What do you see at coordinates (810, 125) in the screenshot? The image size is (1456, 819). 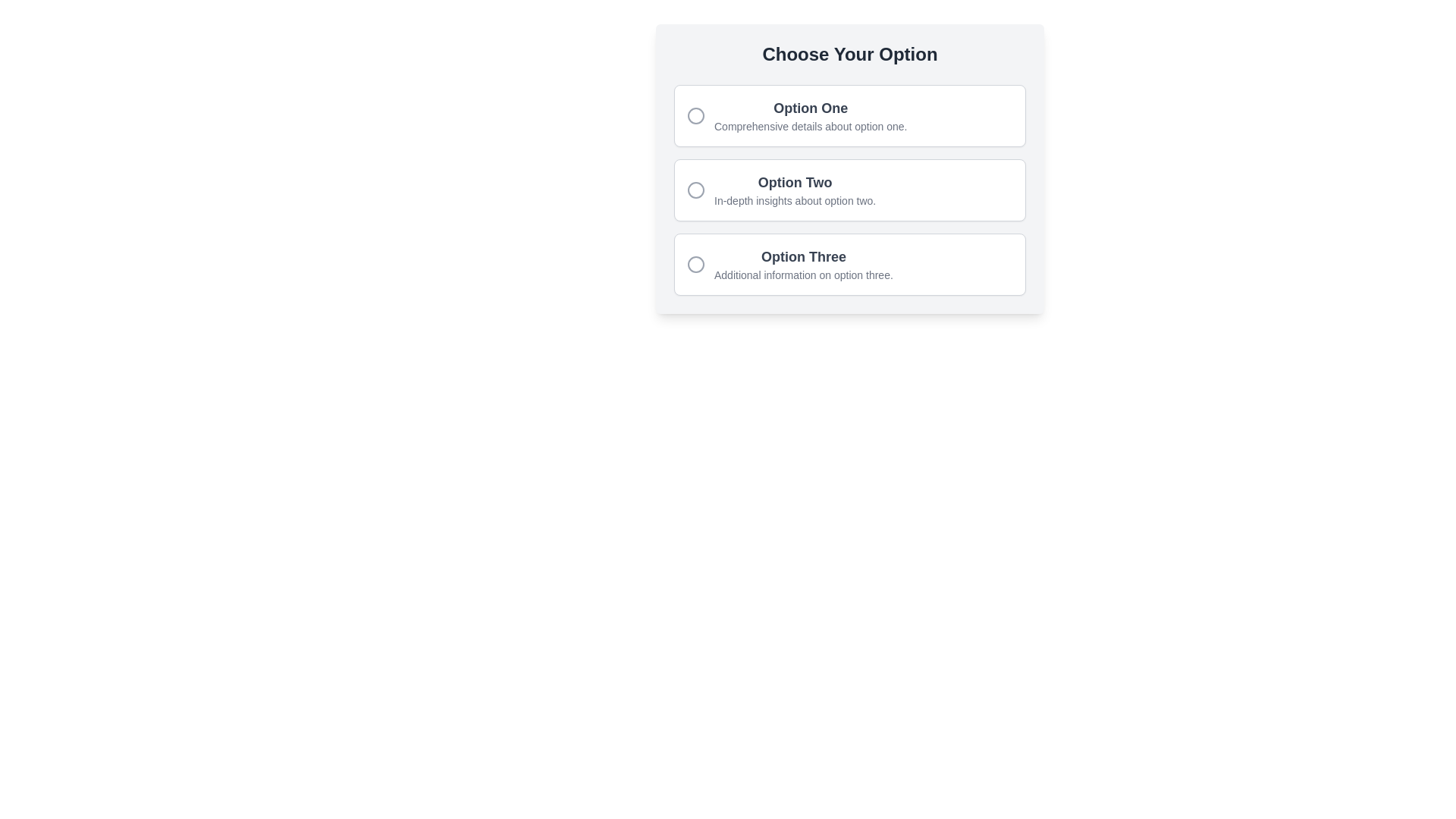 I see `the text label that provides additional descriptive information for 'Option One', located in the first option row of a vertical list of selectable options` at bounding box center [810, 125].